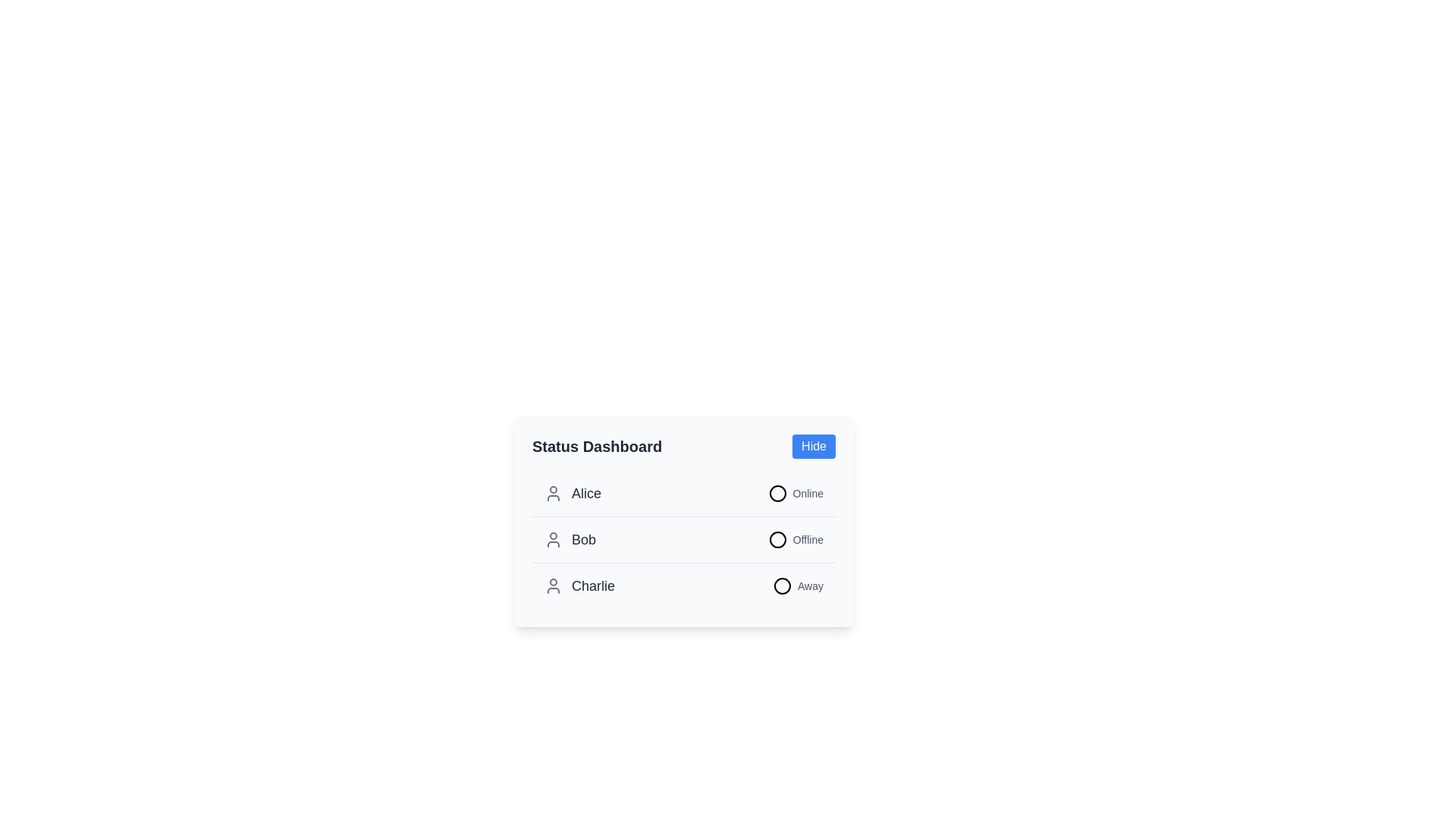 The height and width of the screenshot is (819, 1456). I want to click on the third circular status indicator representing the 'Away' status for user Charlie, located to the right of the 'Charlie' label, so click(783, 585).